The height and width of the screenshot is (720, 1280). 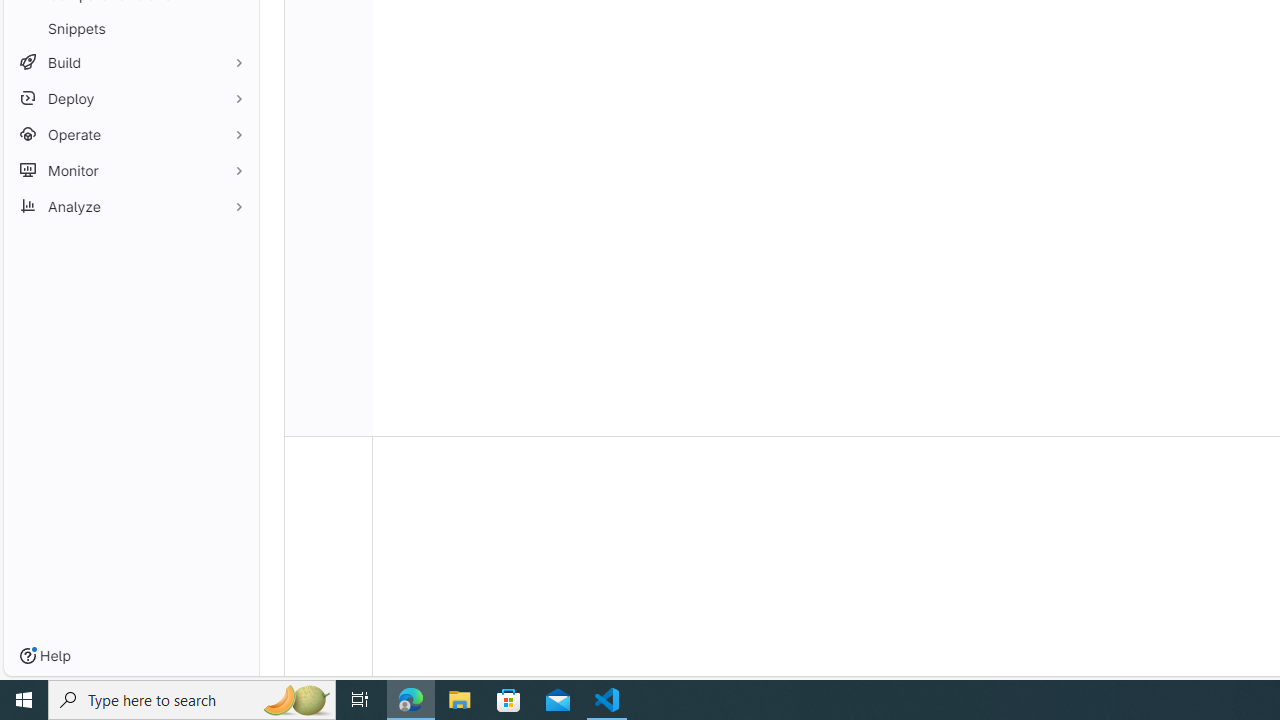 I want to click on 'Deploy', so click(x=130, y=98).